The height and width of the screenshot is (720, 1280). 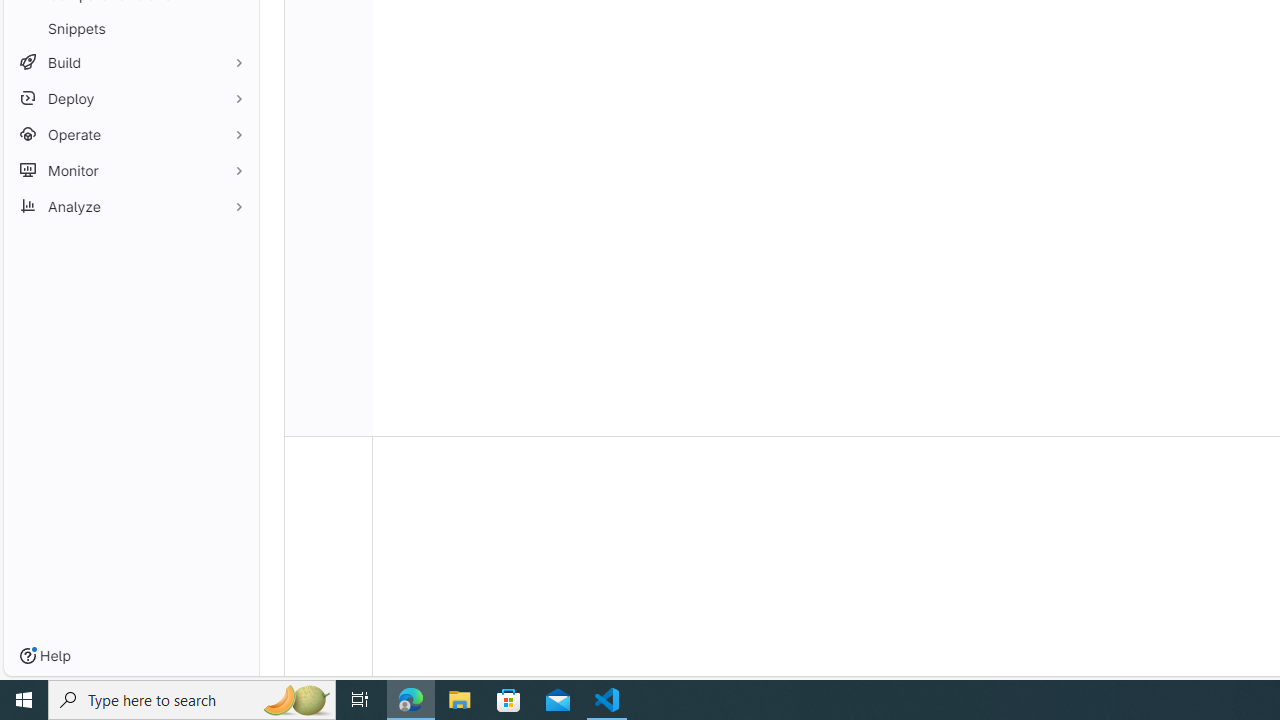 I want to click on 'Deploy', so click(x=130, y=98).